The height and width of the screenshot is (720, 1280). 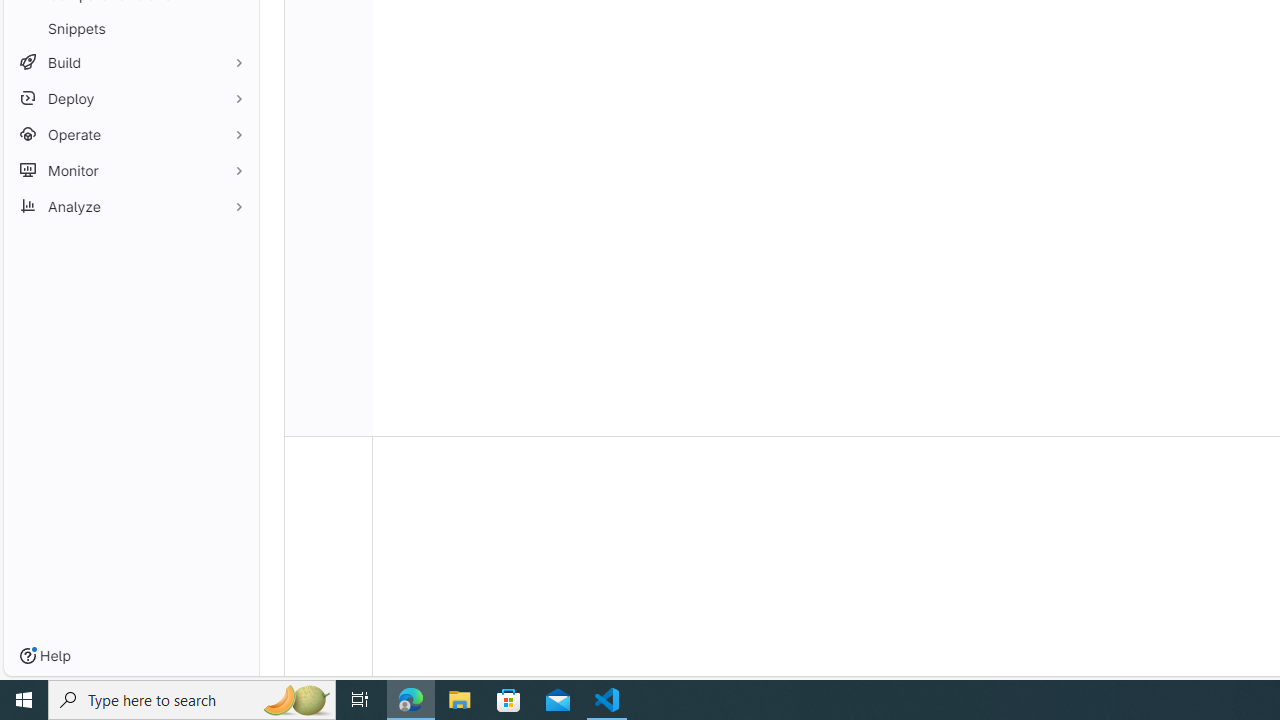 I want to click on 'Deploy', so click(x=130, y=98).